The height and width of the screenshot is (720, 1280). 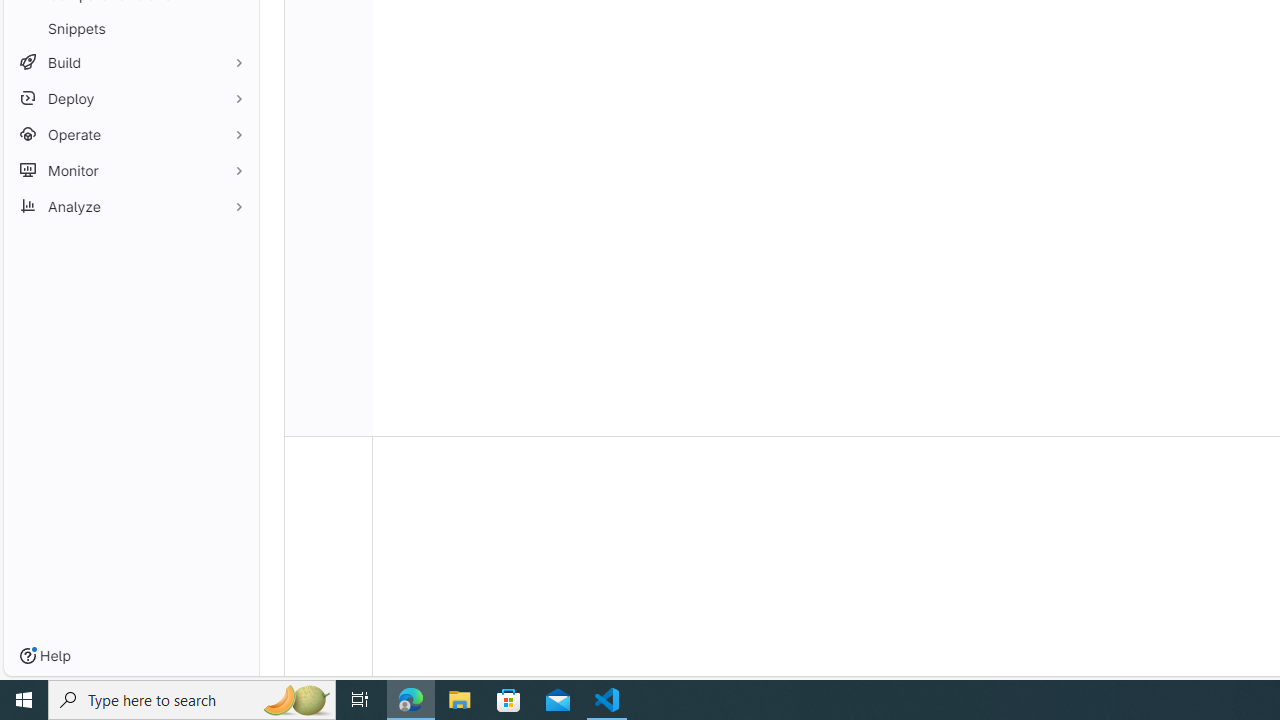 I want to click on 'Deploy', so click(x=130, y=98).